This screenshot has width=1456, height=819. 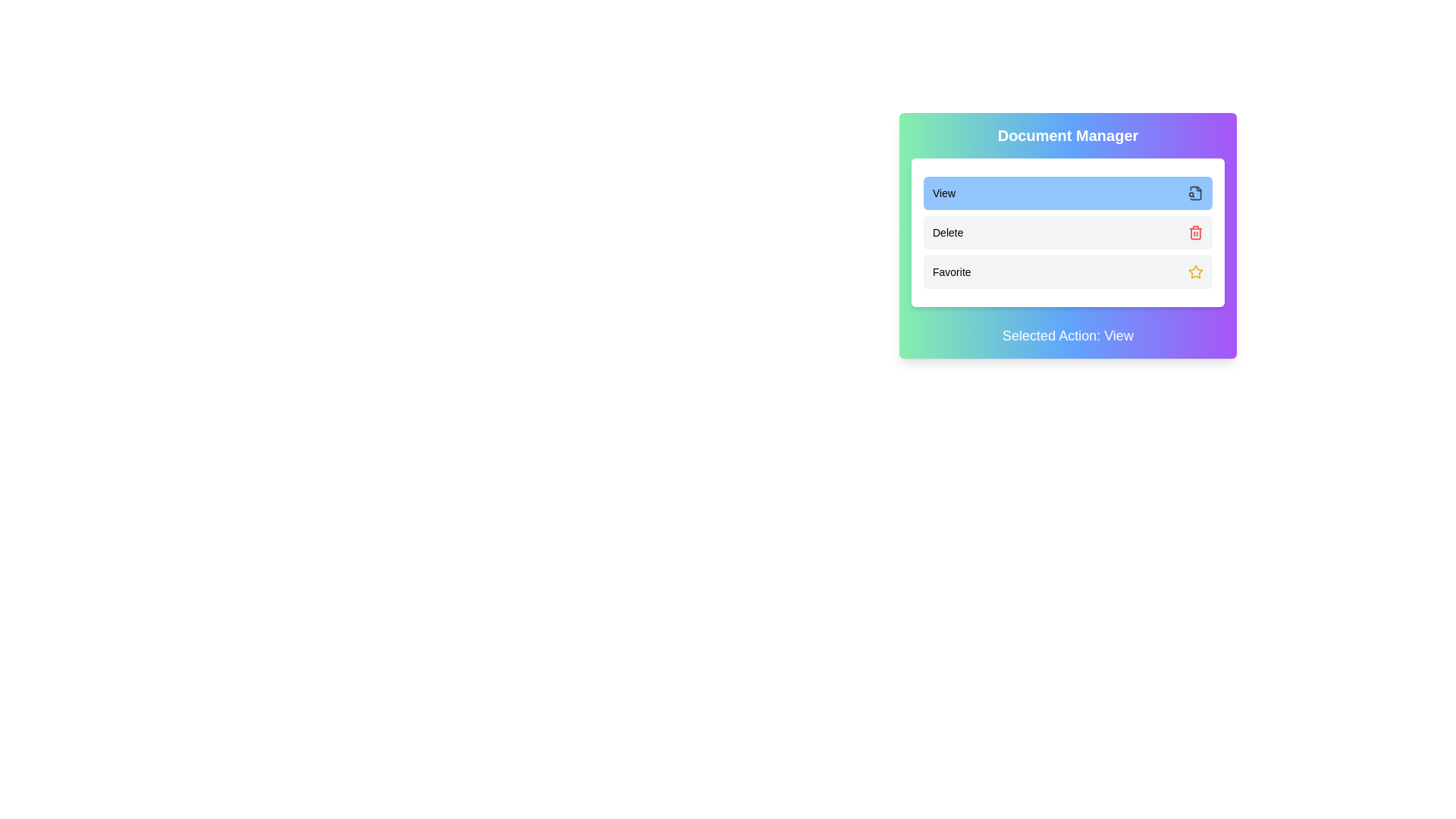 I want to click on the action View by clicking the corresponding button, so click(x=1067, y=192).